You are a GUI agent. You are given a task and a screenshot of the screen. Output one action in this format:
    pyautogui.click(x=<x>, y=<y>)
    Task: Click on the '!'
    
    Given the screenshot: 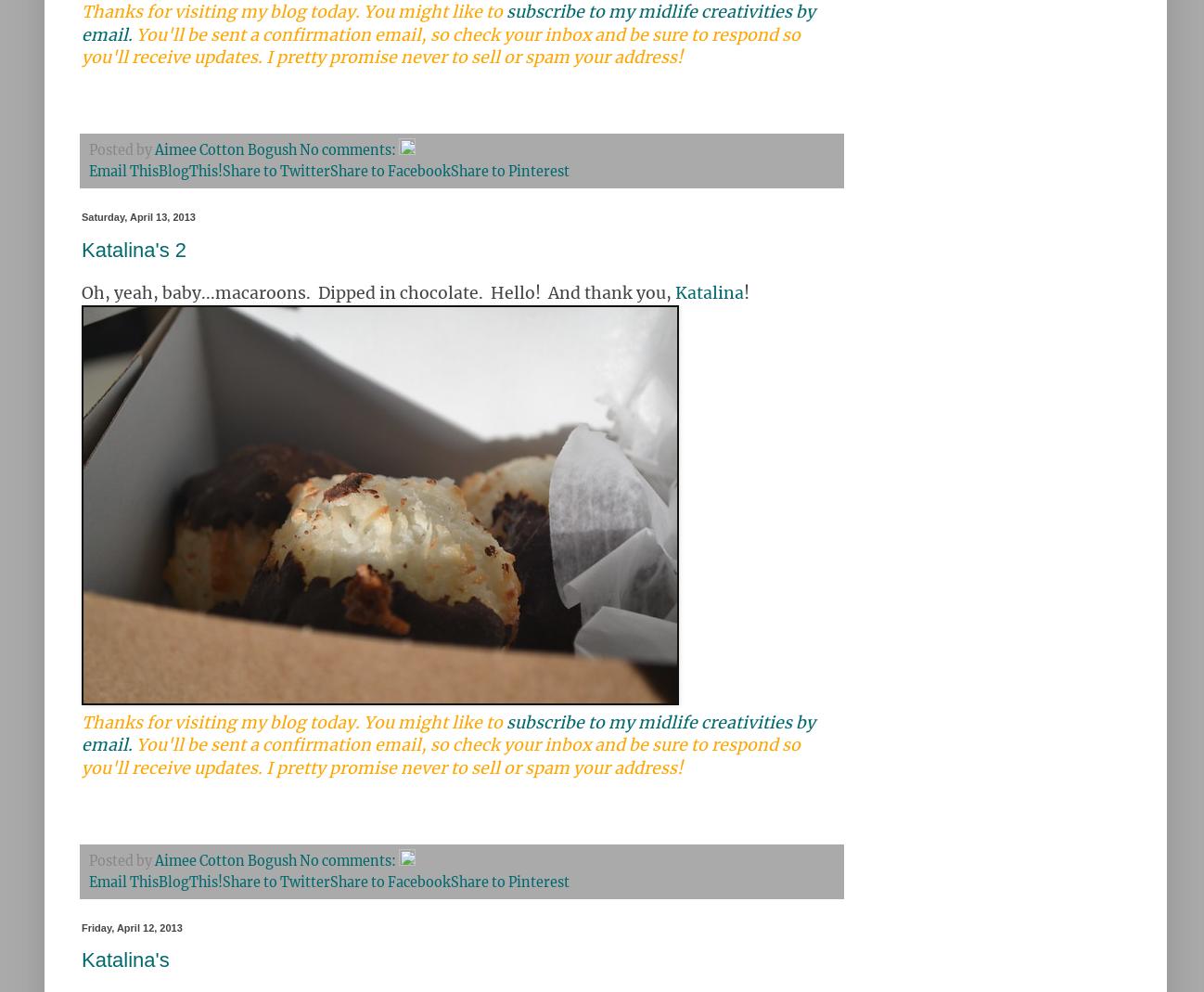 What is the action you would take?
    pyautogui.click(x=746, y=291)
    